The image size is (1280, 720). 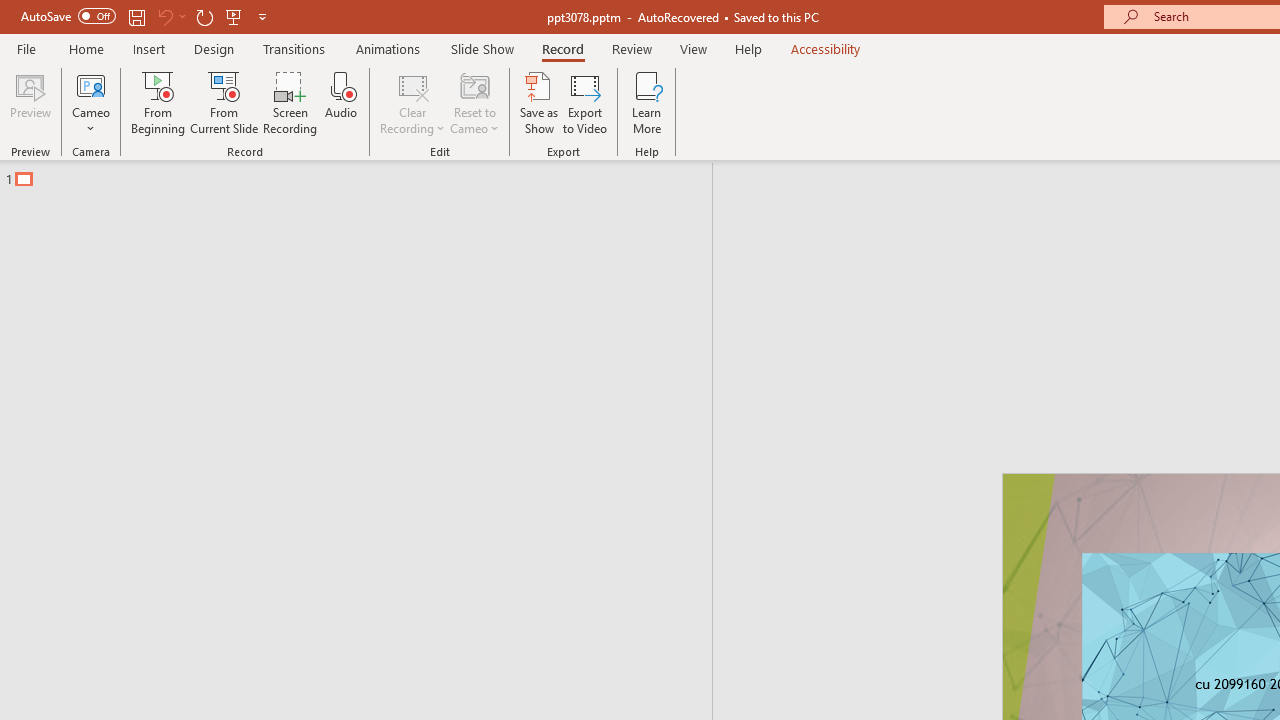 I want to click on 'Learn More', so click(x=647, y=103).